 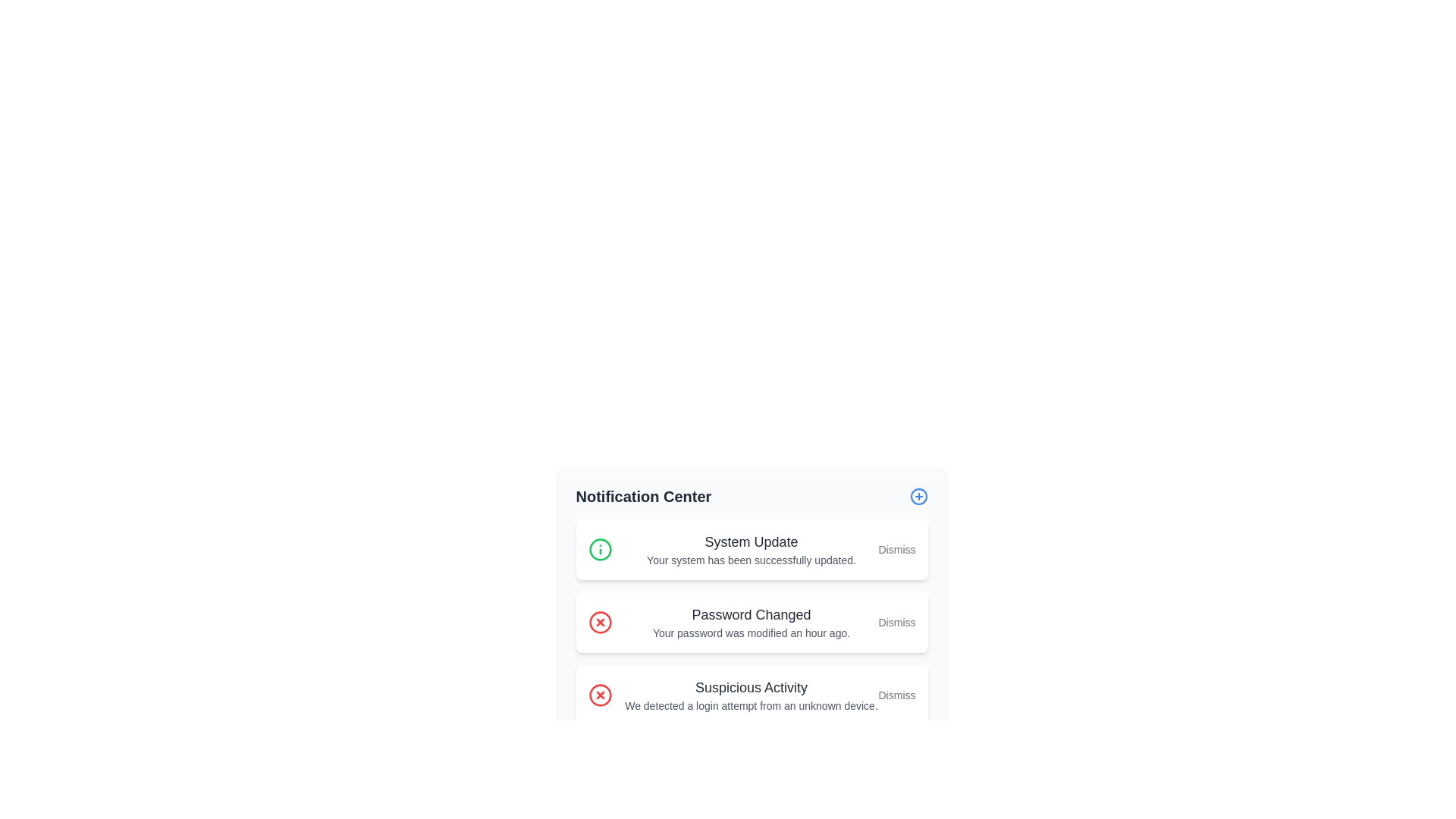 I want to click on the 'Suspicious Activity' text label, which is styled in a larger bold font and appears in dark gray color within the third notification card in the Notification Center, so click(x=751, y=687).